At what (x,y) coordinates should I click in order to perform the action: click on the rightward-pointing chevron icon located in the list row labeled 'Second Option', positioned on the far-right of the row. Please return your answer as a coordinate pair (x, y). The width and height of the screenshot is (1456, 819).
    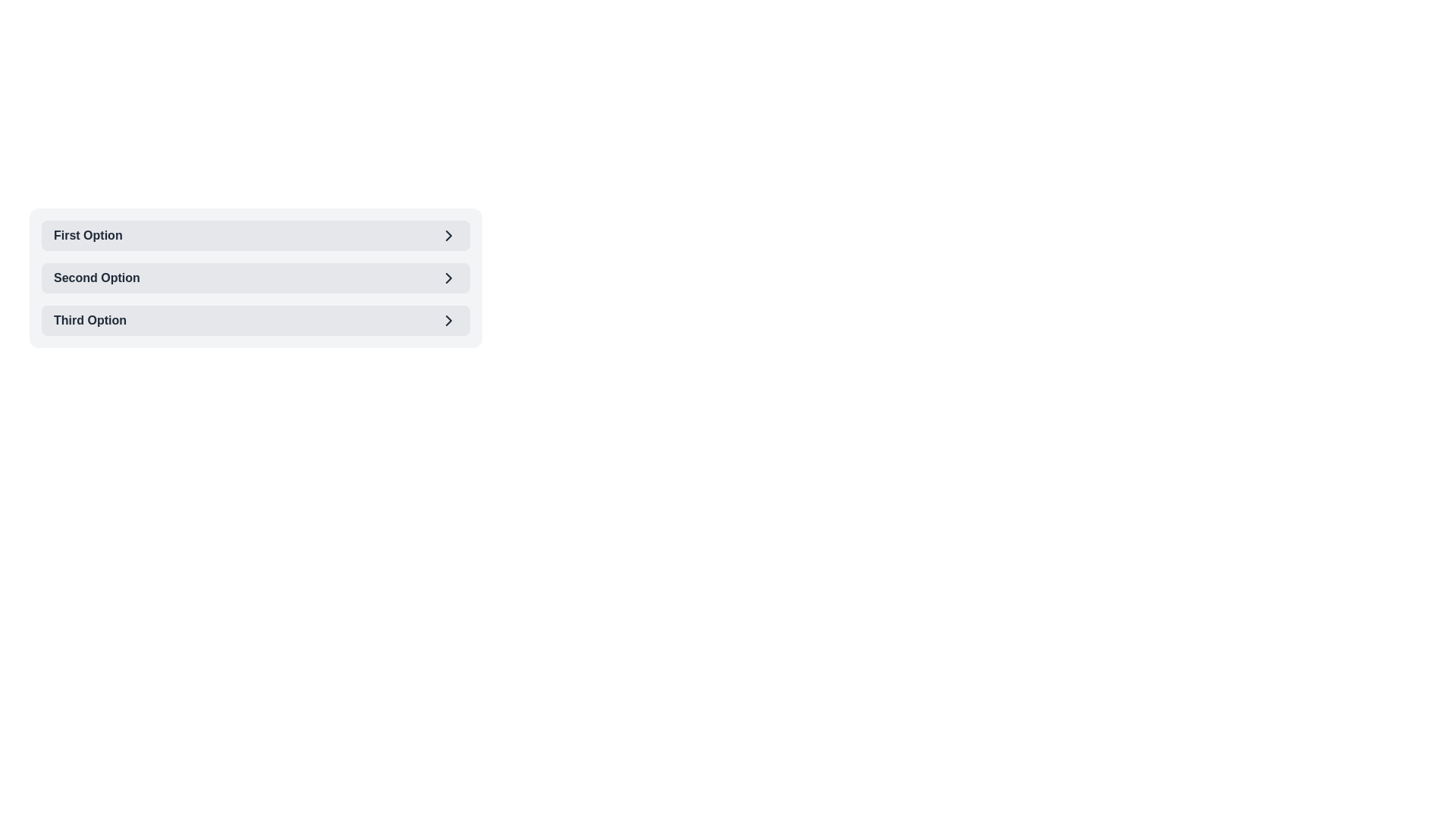
    Looking at the image, I should click on (447, 278).